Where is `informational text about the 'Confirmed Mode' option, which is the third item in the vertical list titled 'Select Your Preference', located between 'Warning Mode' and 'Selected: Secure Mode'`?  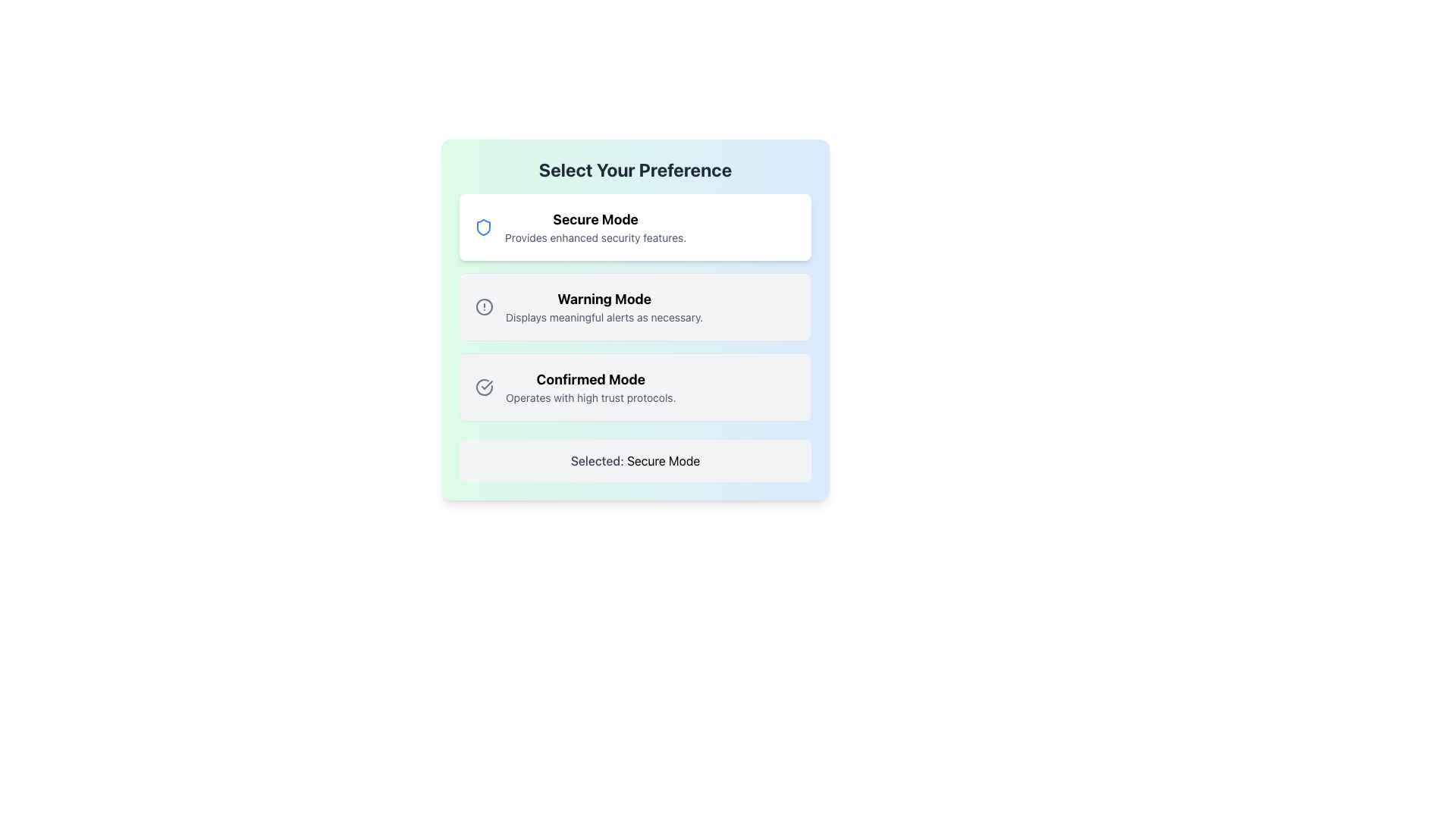
informational text about the 'Confirmed Mode' option, which is the third item in the vertical list titled 'Select Your Preference', located between 'Warning Mode' and 'Selected: Secure Mode' is located at coordinates (590, 386).